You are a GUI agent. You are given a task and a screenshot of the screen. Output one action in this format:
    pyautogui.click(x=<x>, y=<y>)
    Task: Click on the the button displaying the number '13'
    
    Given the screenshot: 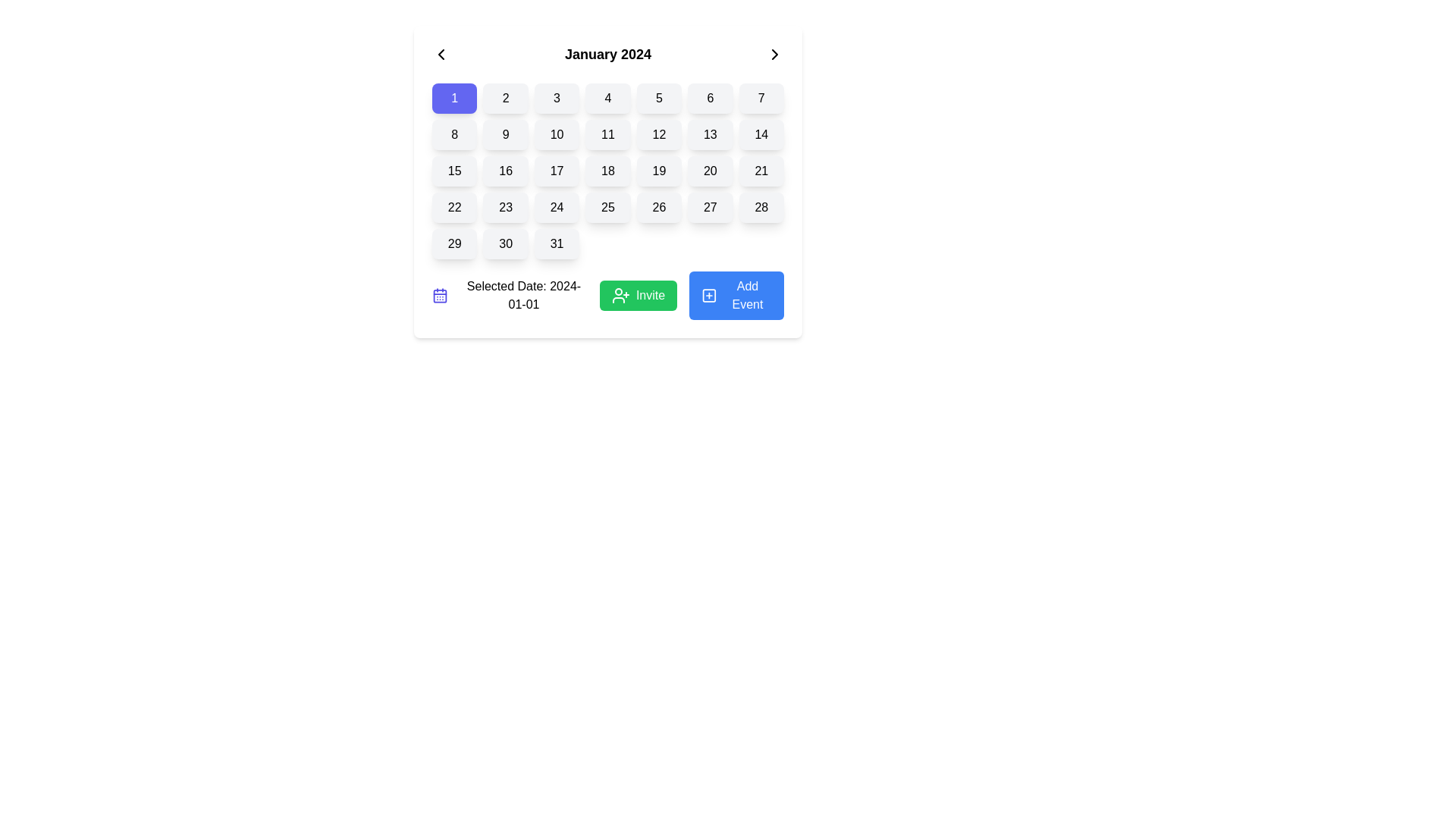 What is the action you would take?
    pyautogui.click(x=709, y=133)
    